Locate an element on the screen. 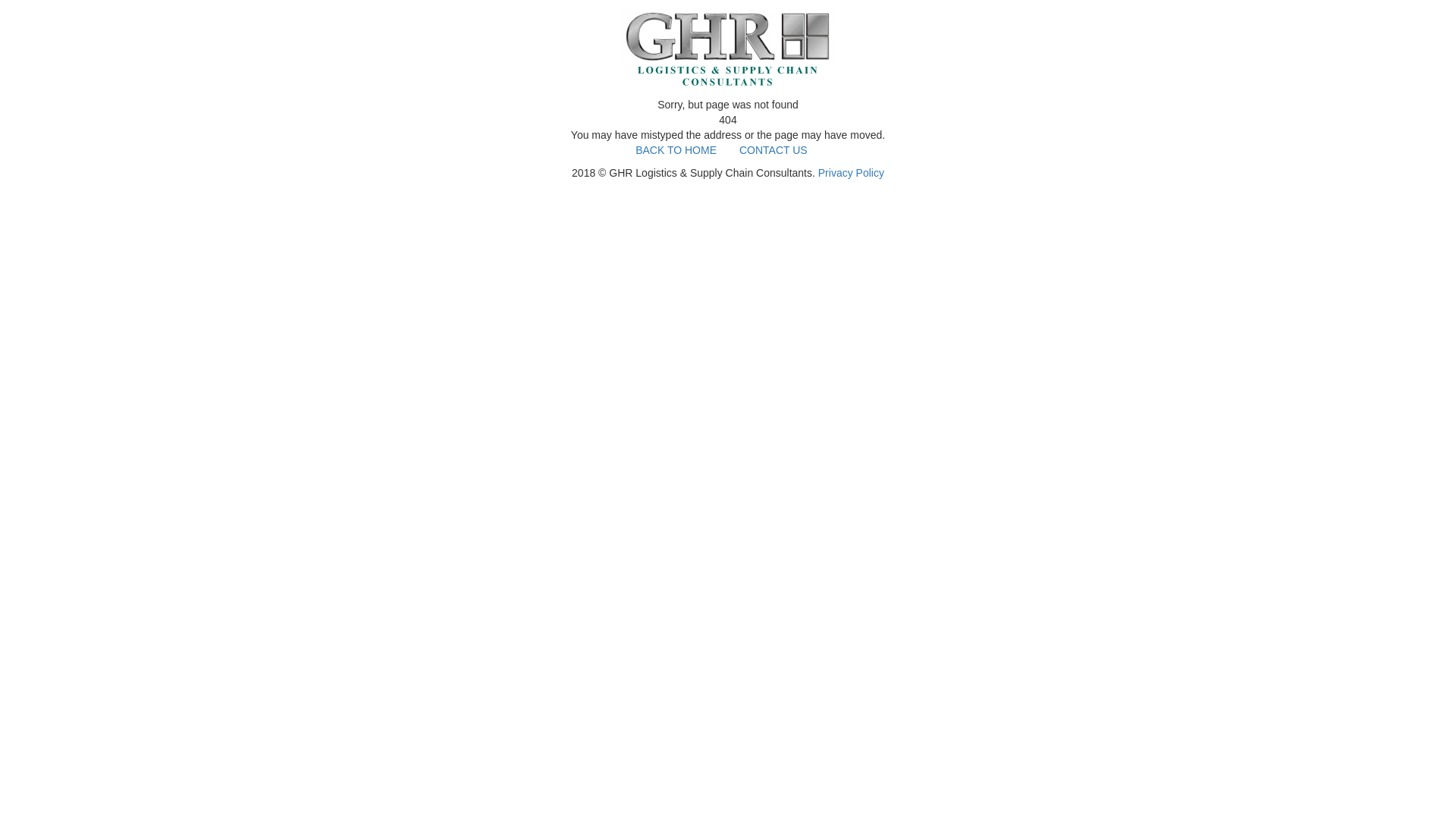 This screenshot has height=819, width=1456. 'Privacy Policy' is located at coordinates (817, 171).